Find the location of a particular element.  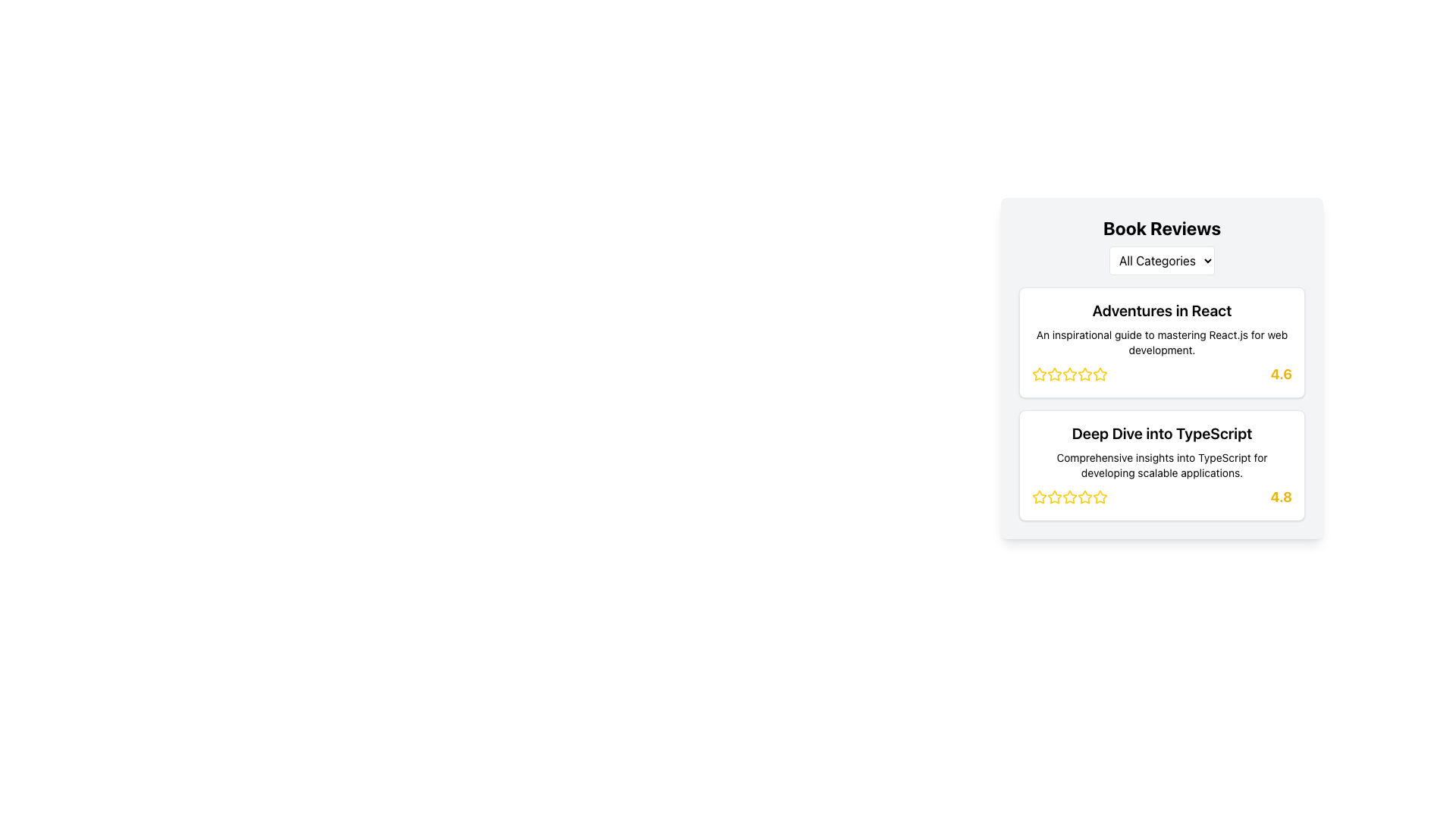

the Information Card displaying the title 'Adventures in React' with a white background and yellow star ratings is located at coordinates (1161, 342).